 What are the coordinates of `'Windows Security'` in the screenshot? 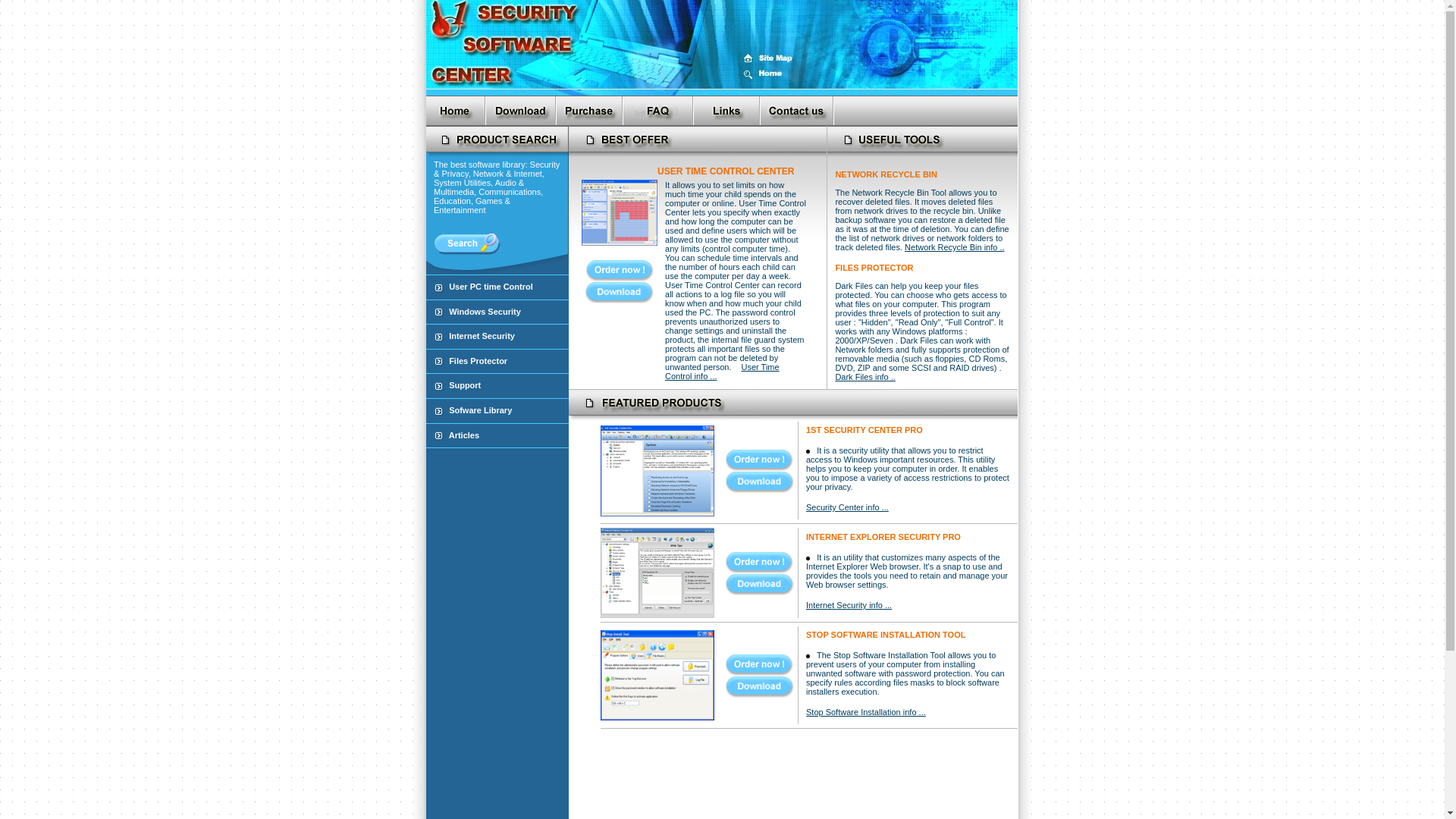 It's located at (484, 311).